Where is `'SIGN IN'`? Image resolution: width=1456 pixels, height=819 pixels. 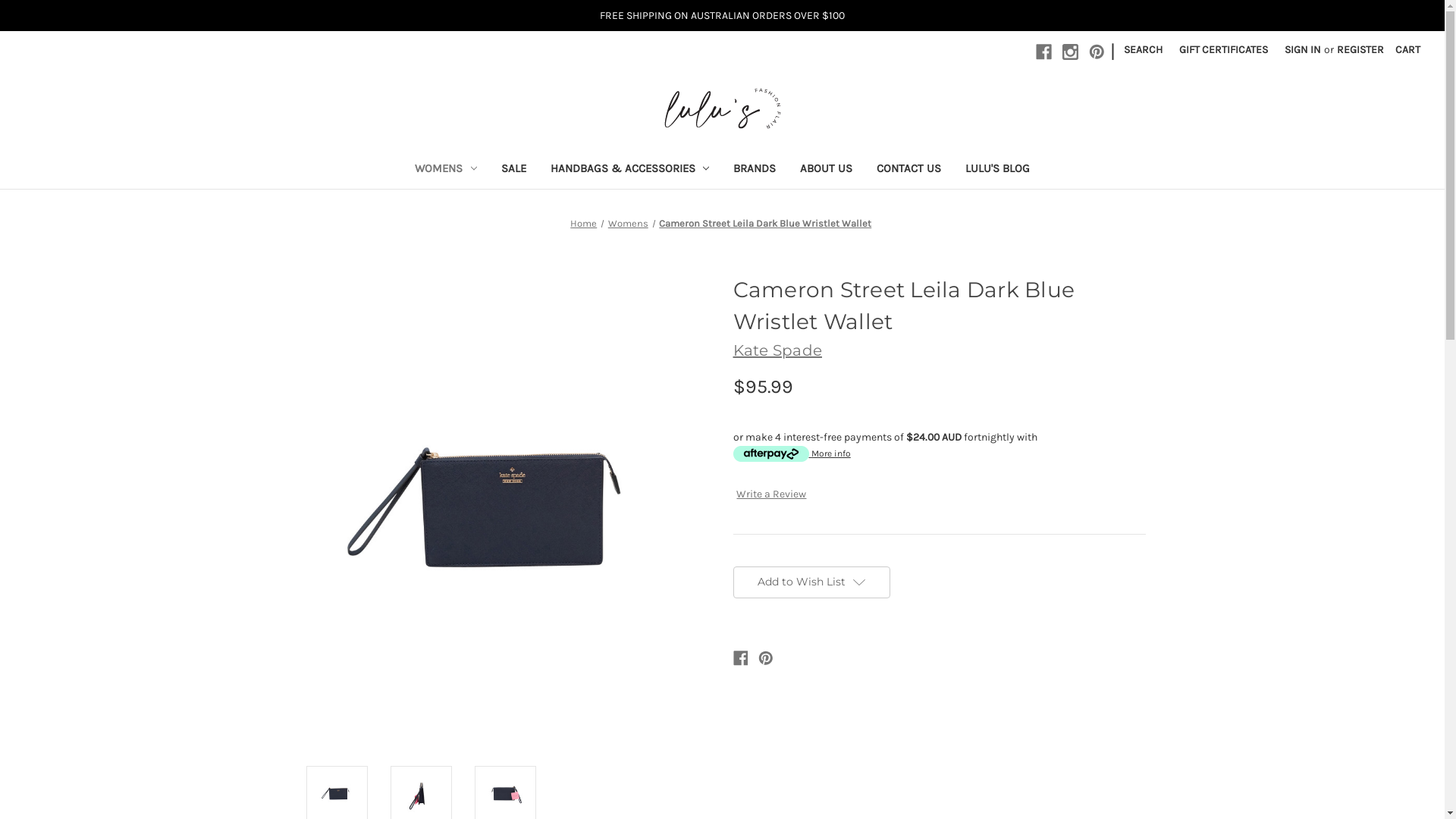
'SIGN IN' is located at coordinates (1302, 49).